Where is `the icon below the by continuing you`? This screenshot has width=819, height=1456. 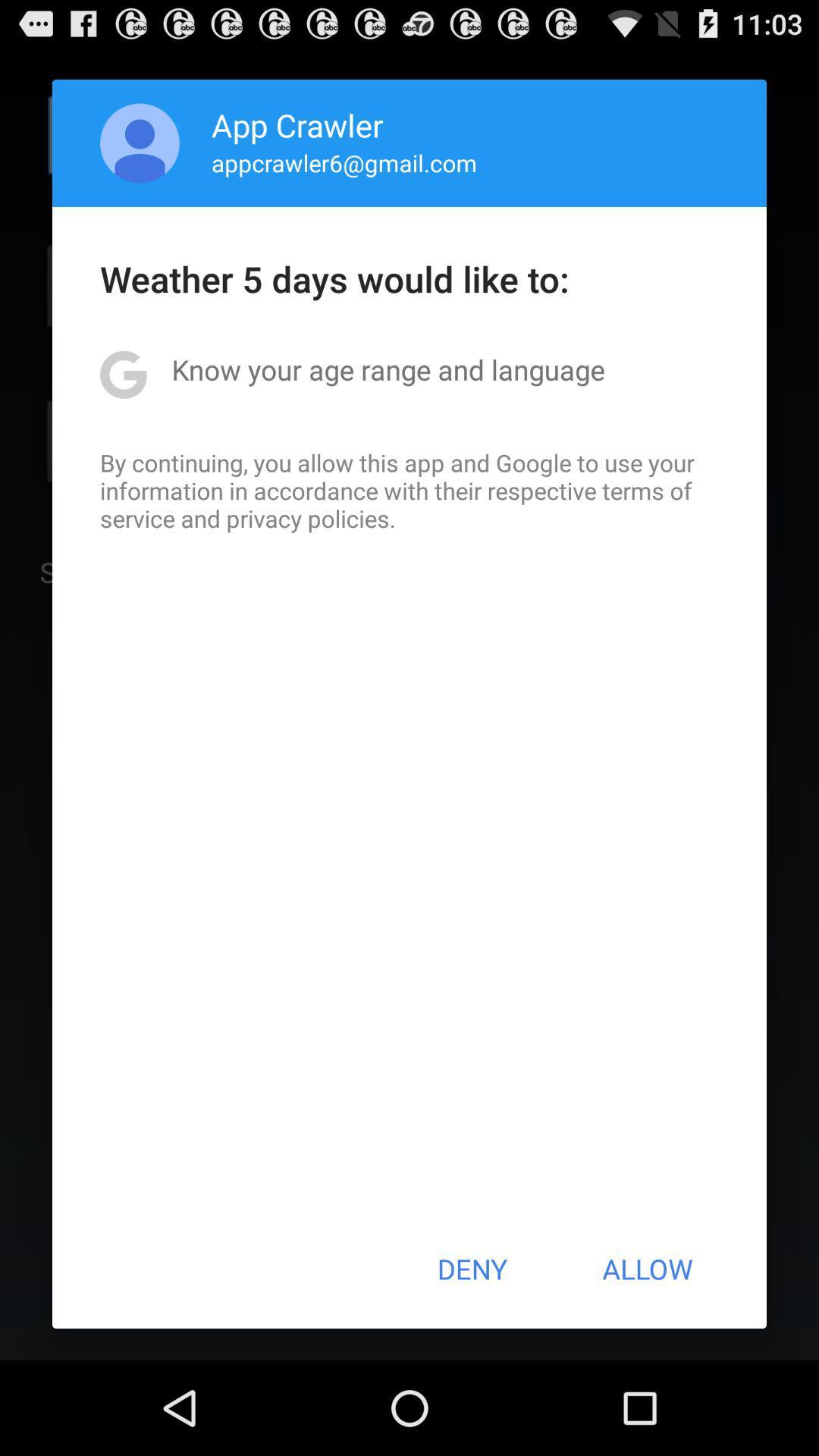
the icon below the by continuing you is located at coordinates (471, 1269).